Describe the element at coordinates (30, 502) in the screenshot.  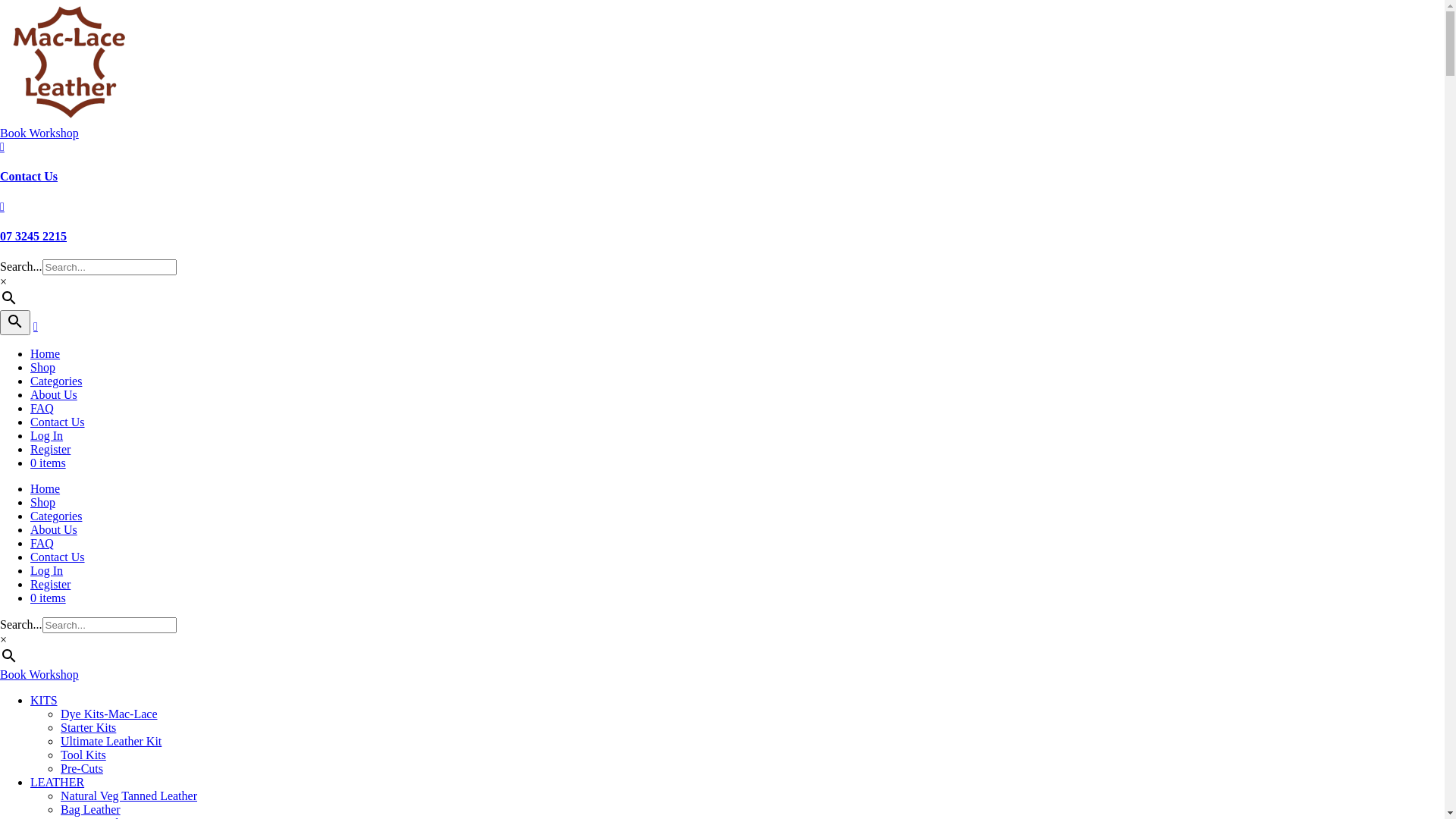
I see `'Shop'` at that location.